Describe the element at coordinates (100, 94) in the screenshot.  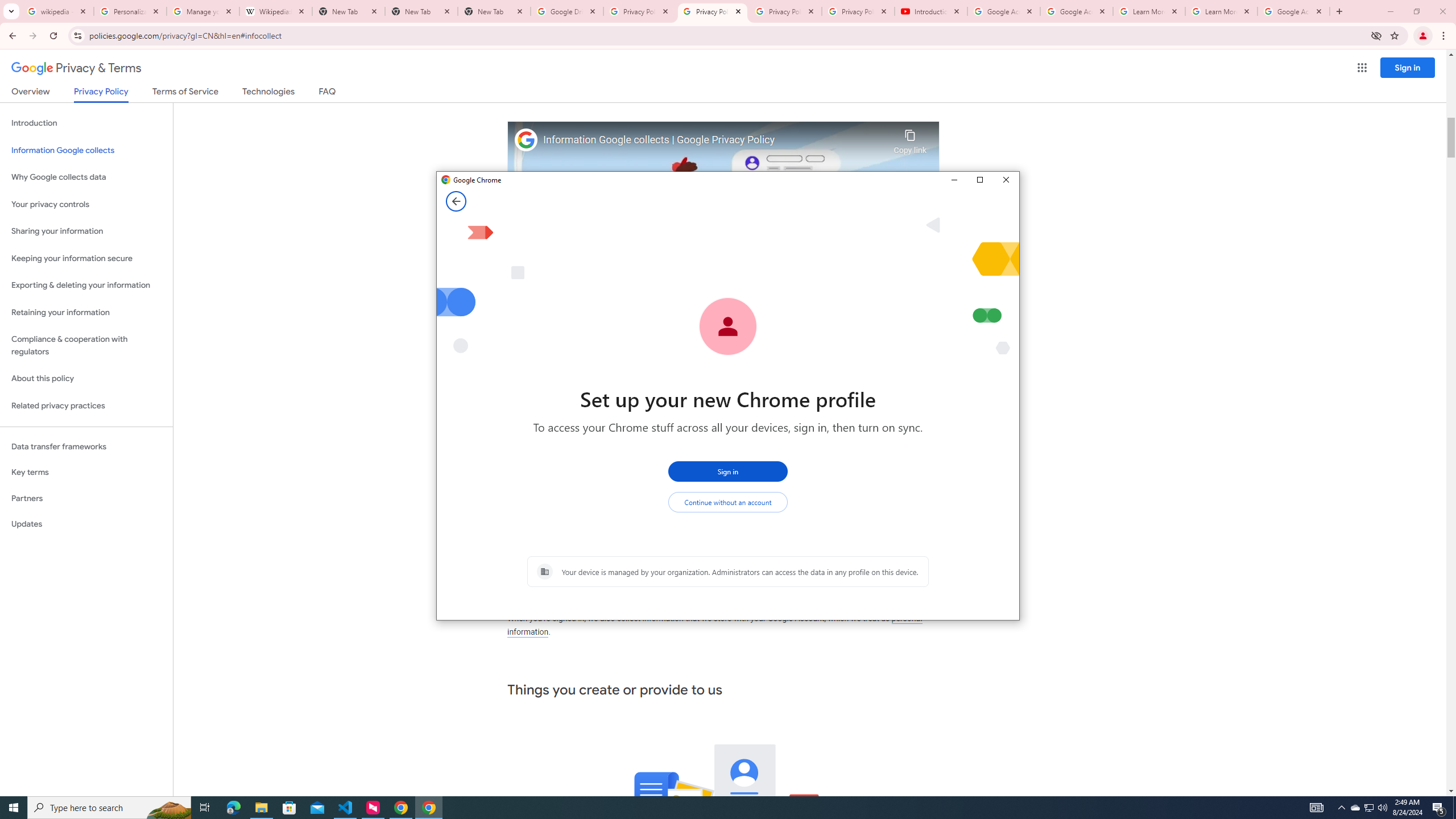
I see `'Privacy Policy'` at that location.